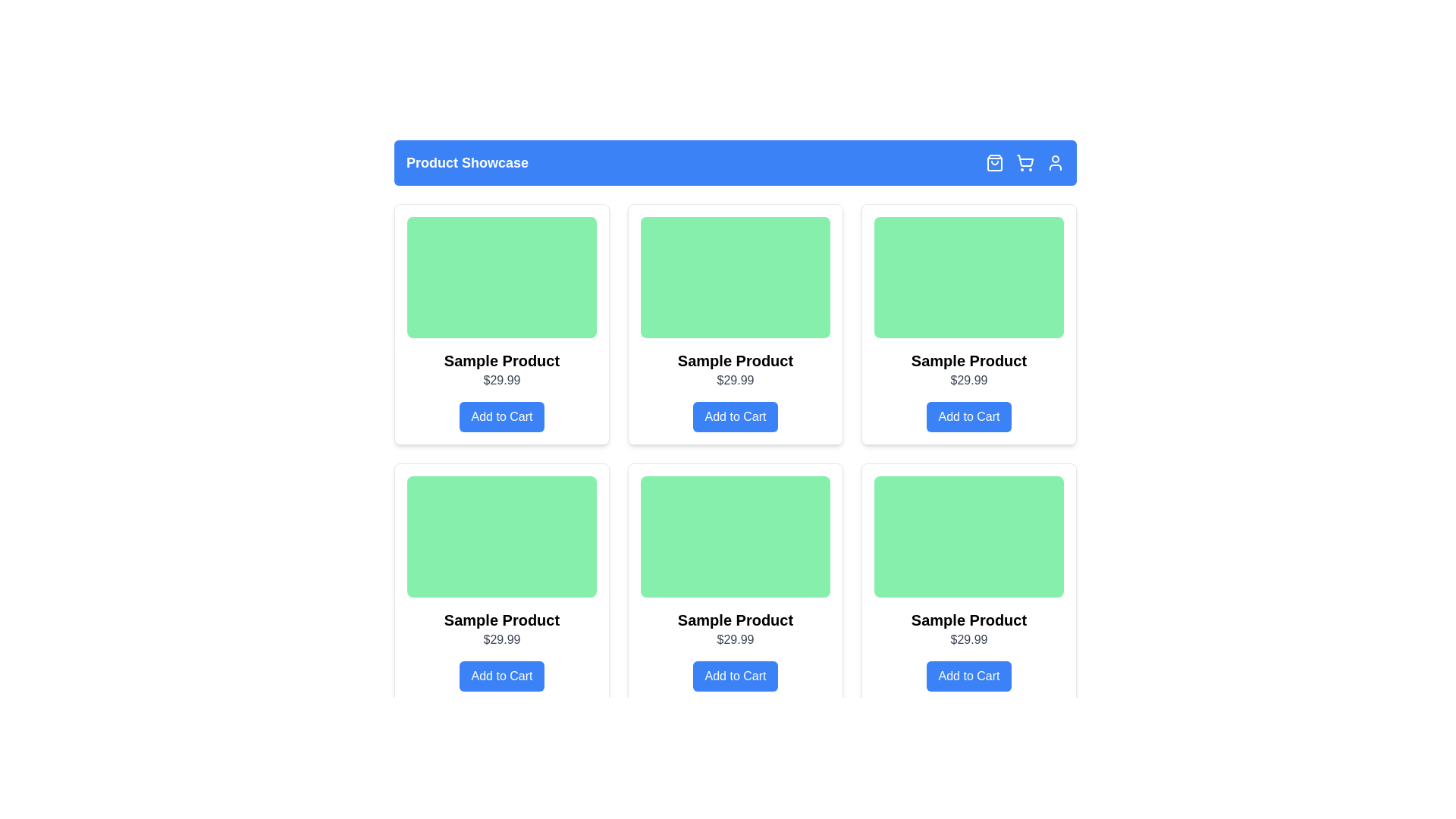  I want to click on the 'Add to Cart' button located at the bottom of the product card, so click(735, 675).